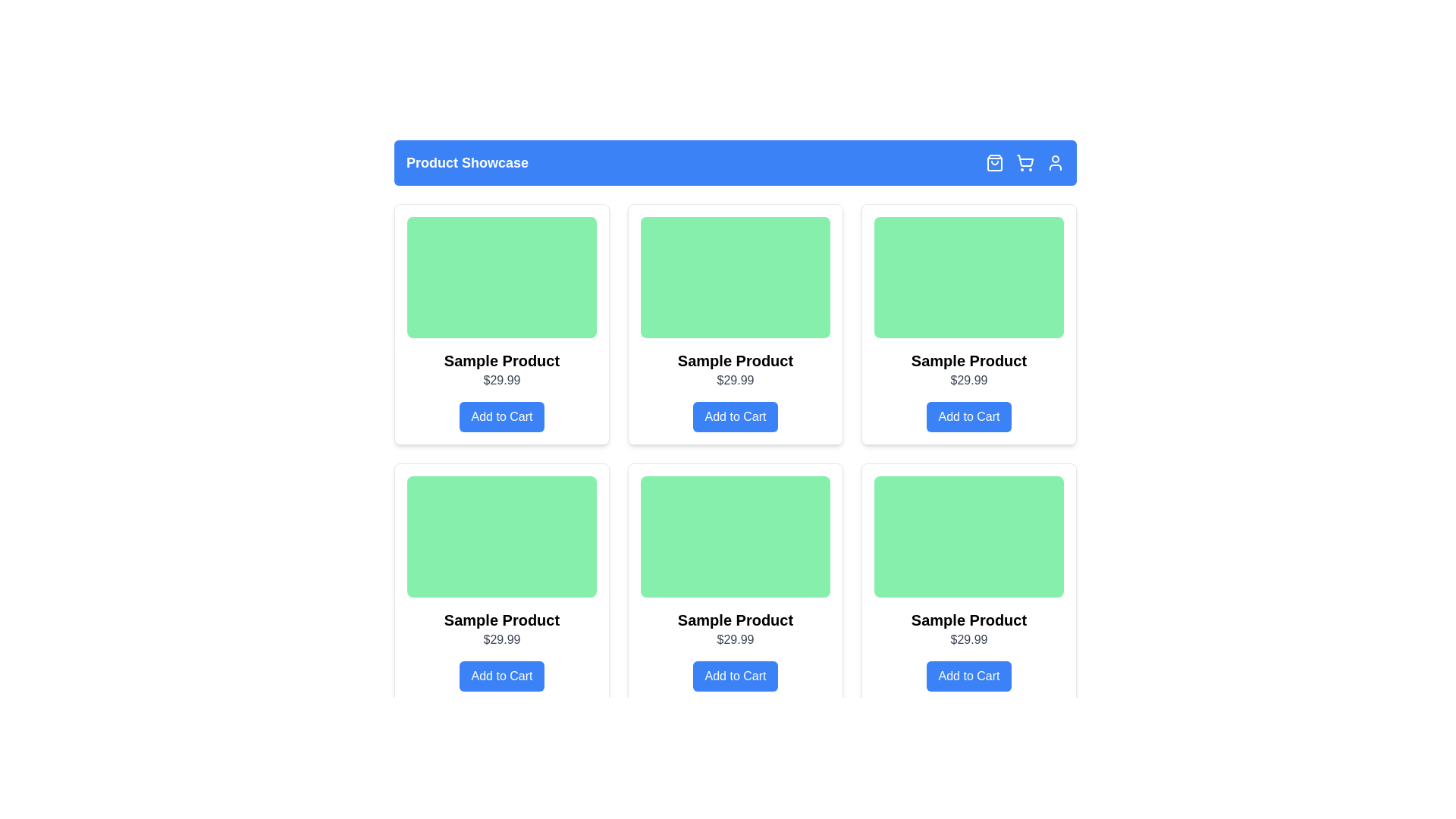  I want to click on the 'Add to Cart' button located at the bottom of the product card, so click(735, 675).